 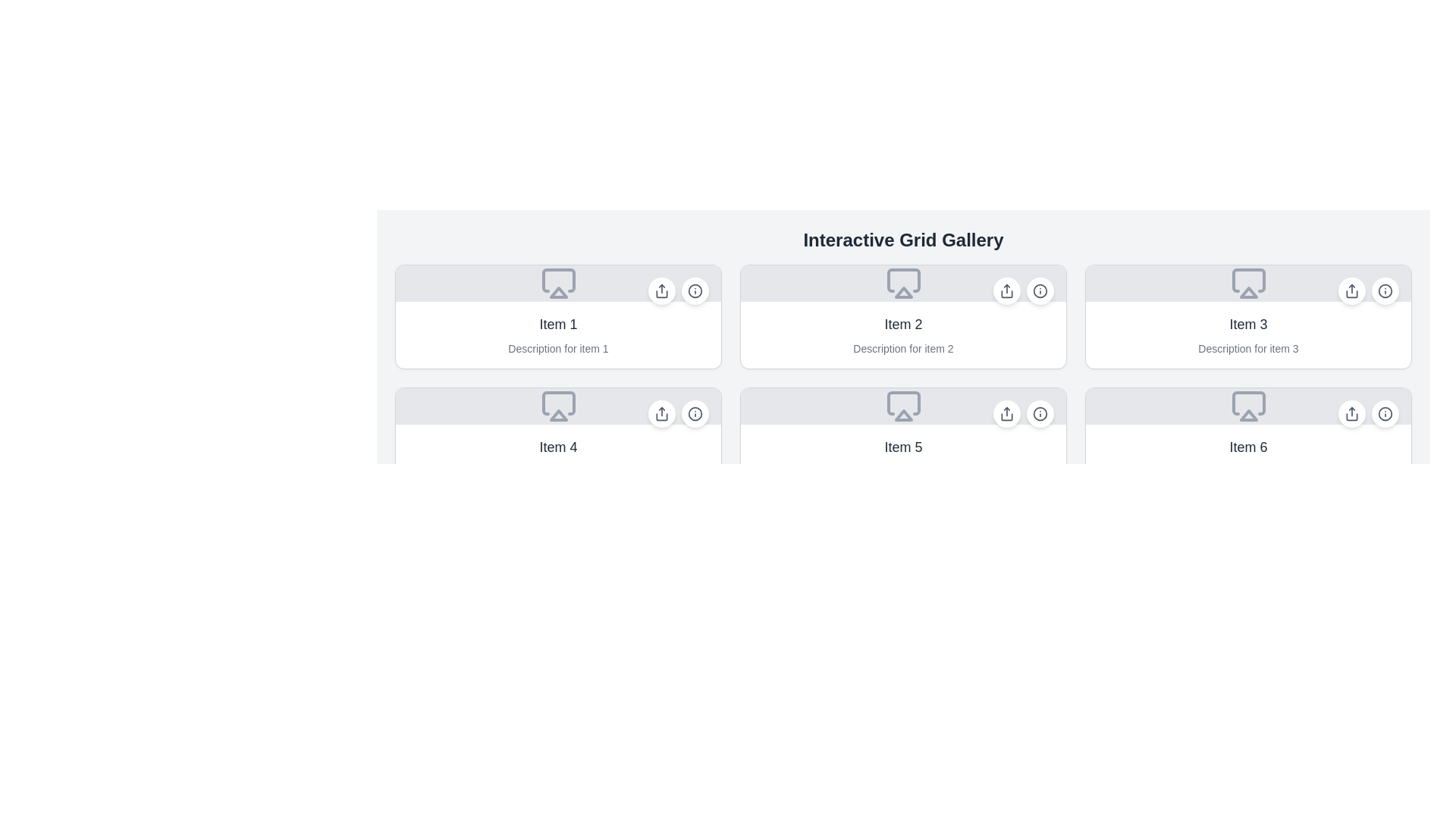 I want to click on the Informational button located in the top-right corner of the card labeled 'Item 5', so click(x=1040, y=414).